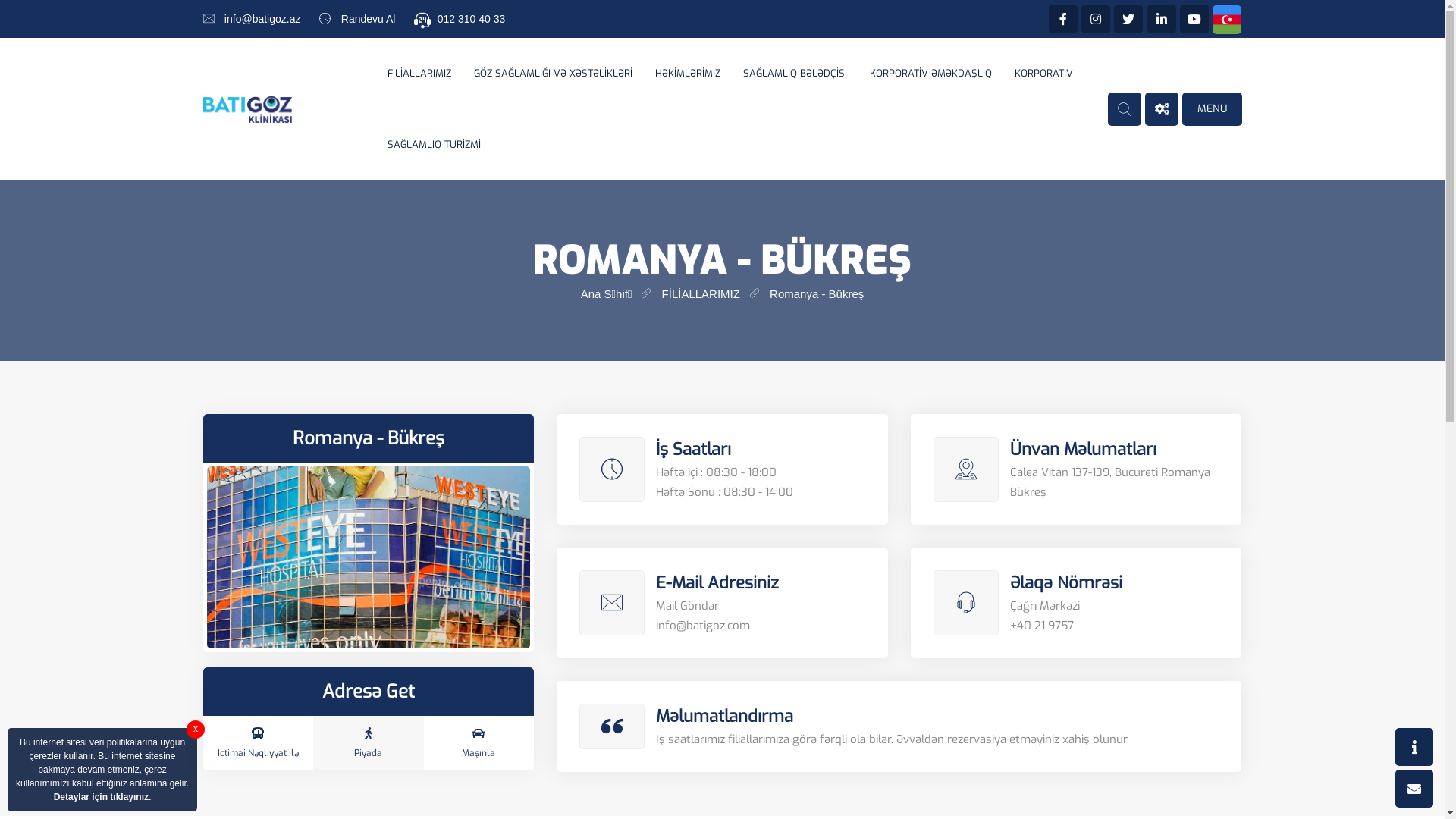 This screenshot has width=1456, height=819. What do you see at coordinates (224, 18) in the screenshot?
I see `'info@batigoz.az'` at bounding box center [224, 18].